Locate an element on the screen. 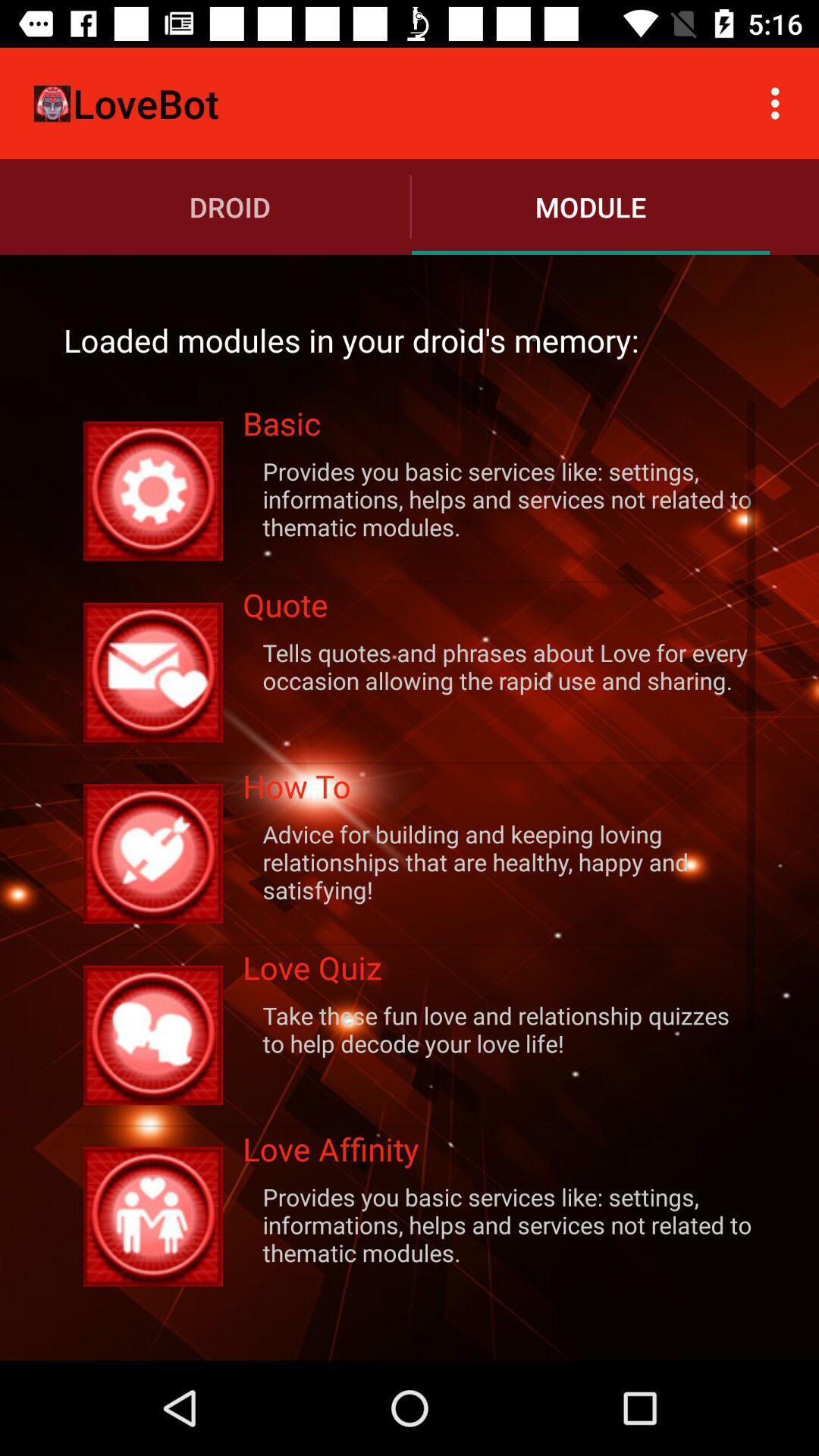  the icon above advice for building is located at coordinates (499, 790).